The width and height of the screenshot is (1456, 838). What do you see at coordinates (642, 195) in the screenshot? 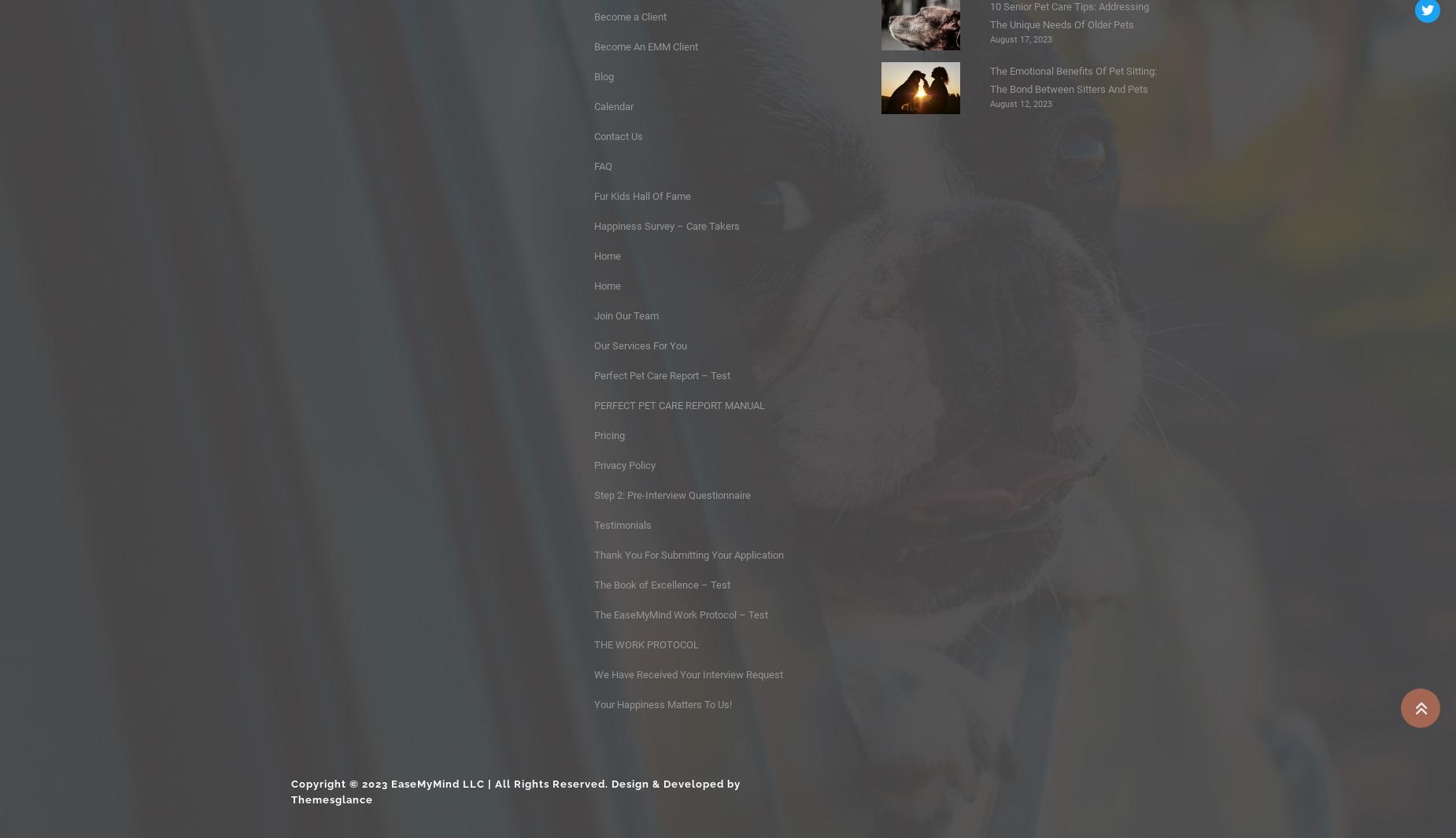
I see `'Fur Kids Hall Of Fame'` at bounding box center [642, 195].